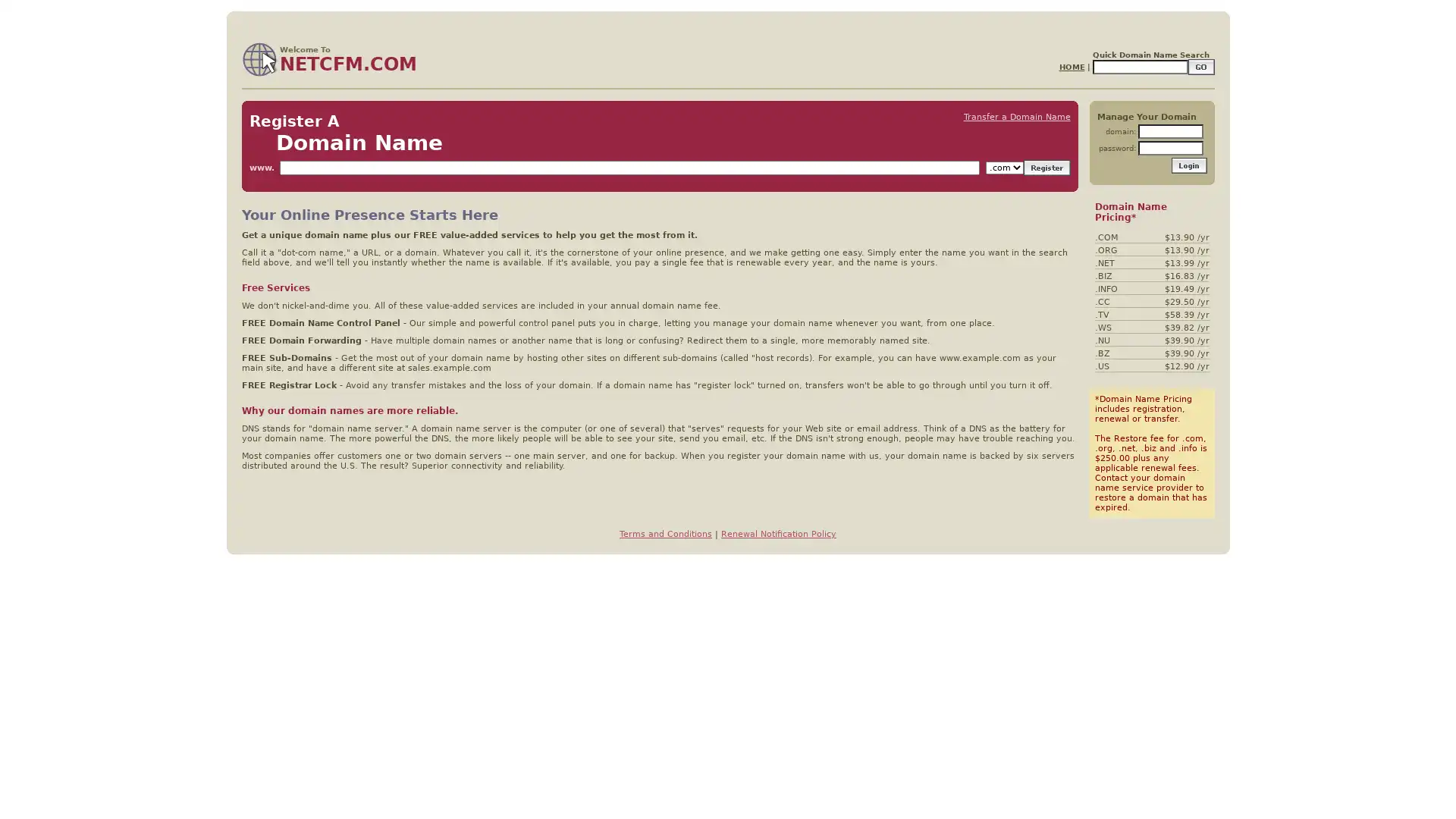 This screenshot has height=819, width=1456. What do you see at coordinates (1200, 66) in the screenshot?
I see `Edit` at bounding box center [1200, 66].